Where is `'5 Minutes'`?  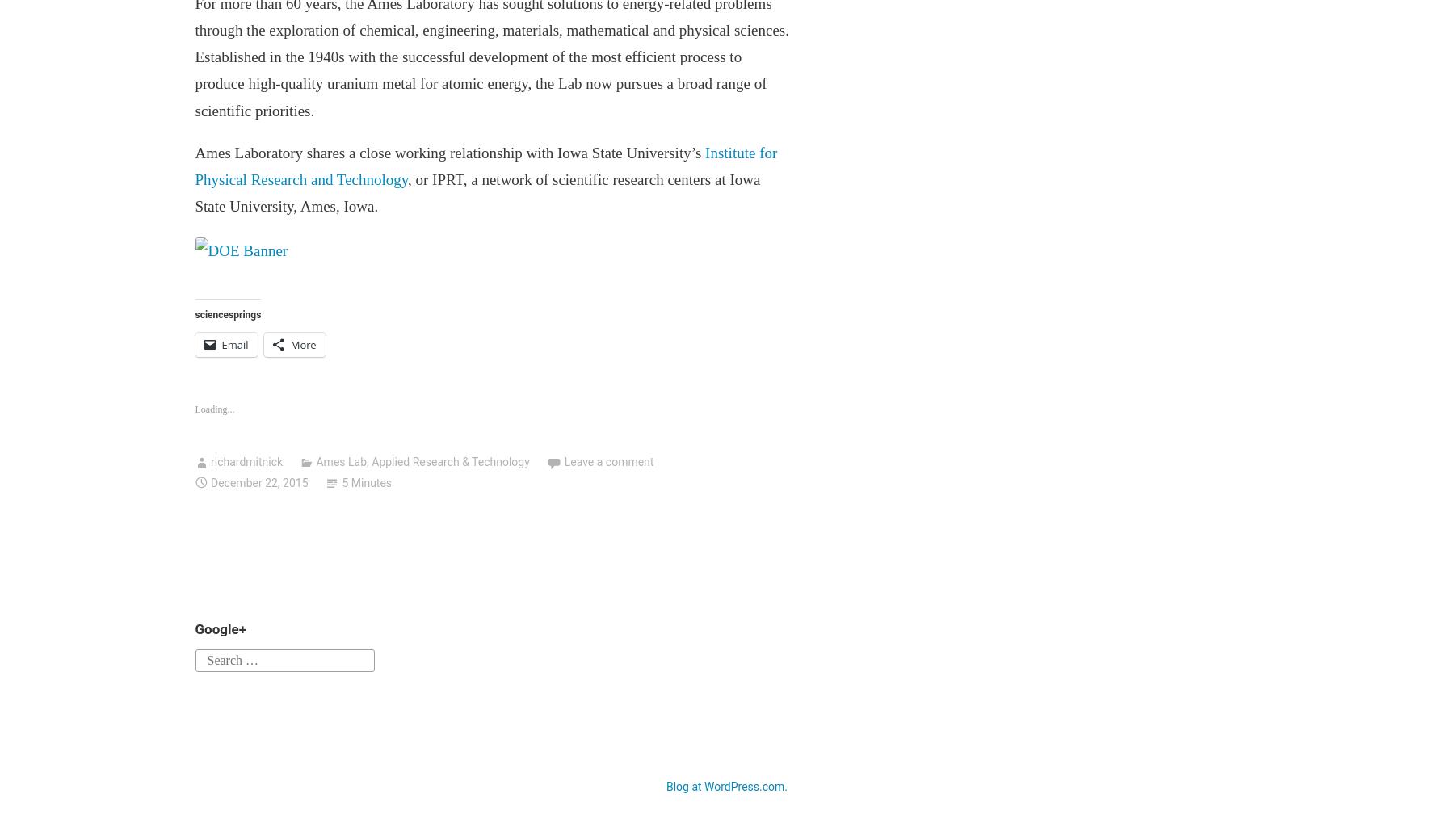
'5 Minutes' is located at coordinates (365, 481).